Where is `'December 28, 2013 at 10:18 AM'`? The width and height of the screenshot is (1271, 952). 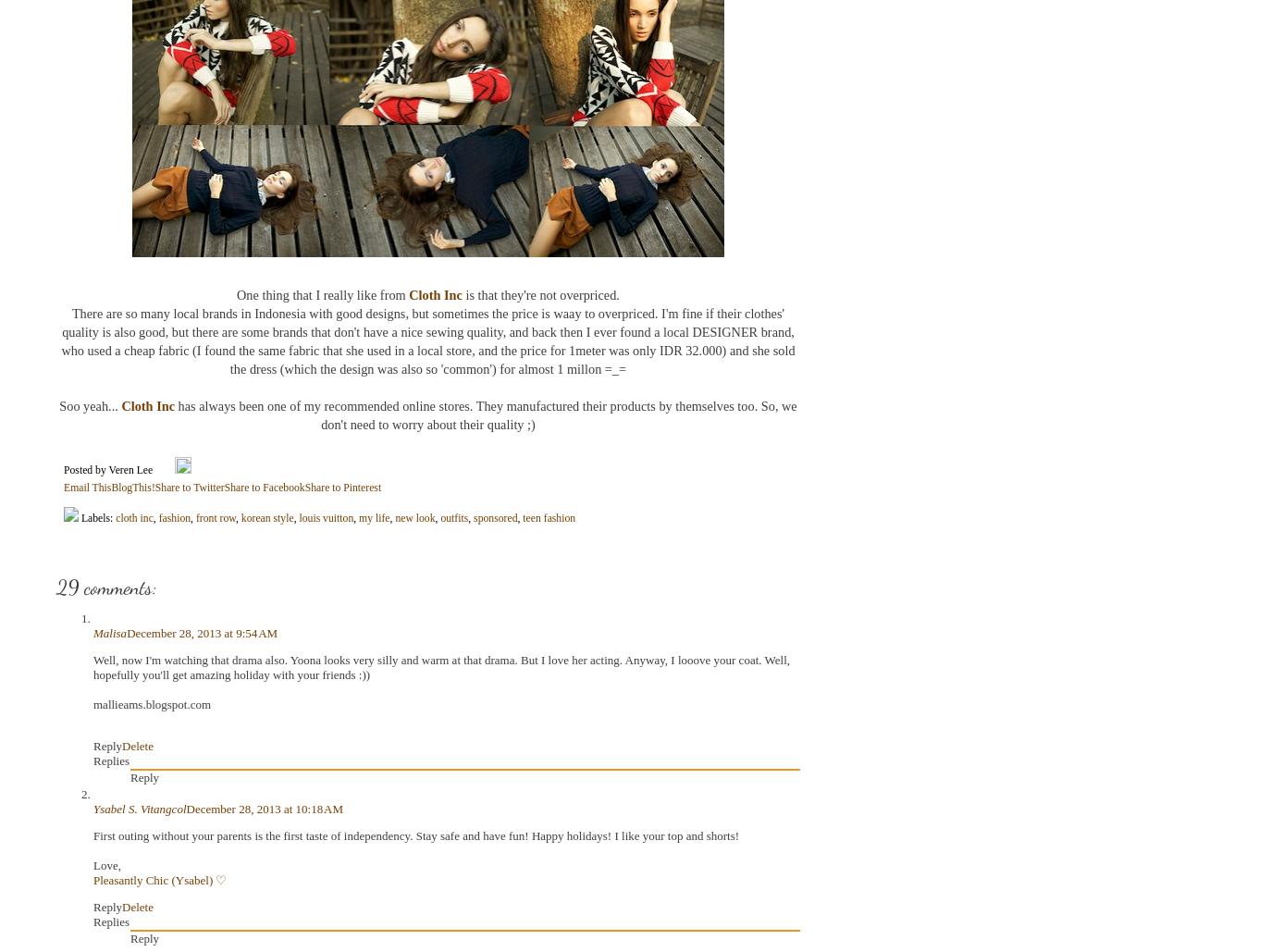
'December 28, 2013 at 10:18 AM' is located at coordinates (264, 808).